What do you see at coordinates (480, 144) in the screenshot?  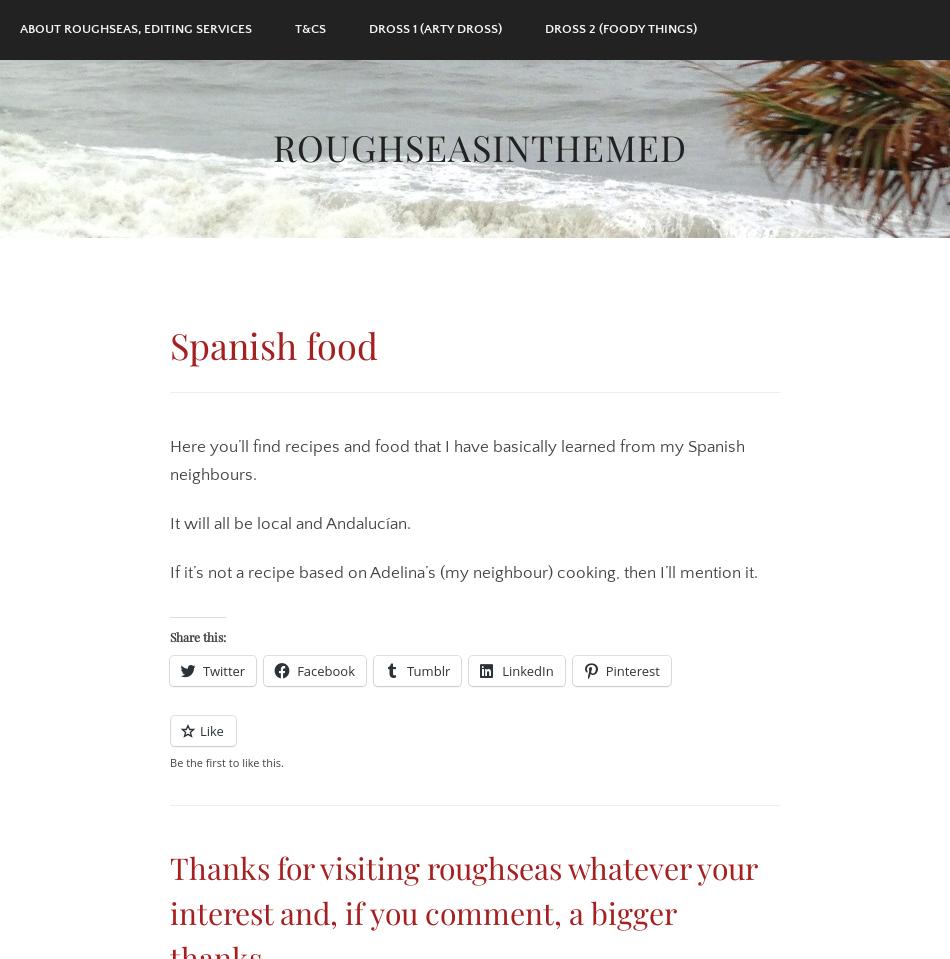 I see `'roughseasinthemed'` at bounding box center [480, 144].